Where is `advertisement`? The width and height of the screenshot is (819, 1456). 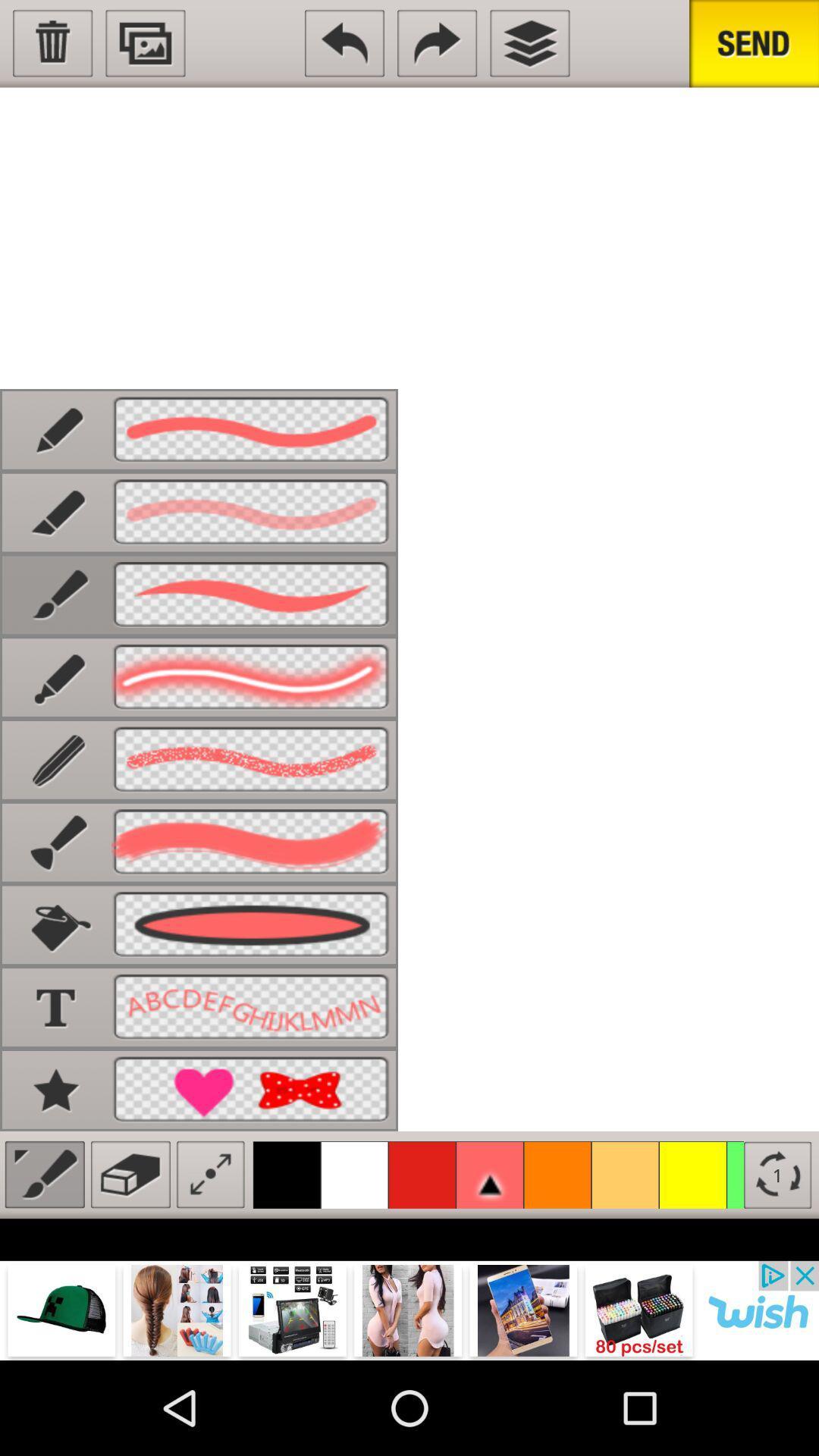
advertisement is located at coordinates (409, 1310).